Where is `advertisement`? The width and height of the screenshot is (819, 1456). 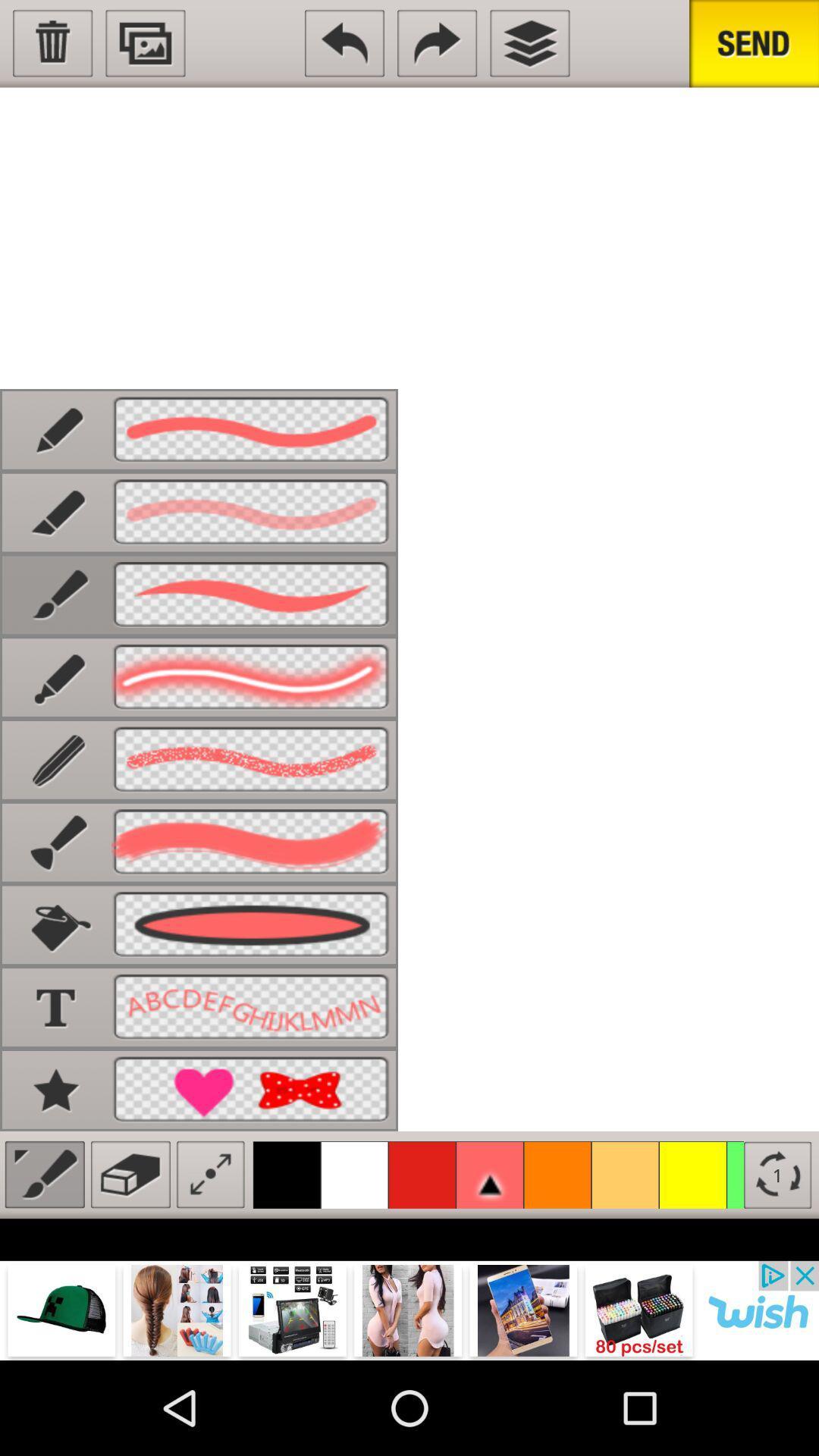
advertisement is located at coordinates (409, 1310).